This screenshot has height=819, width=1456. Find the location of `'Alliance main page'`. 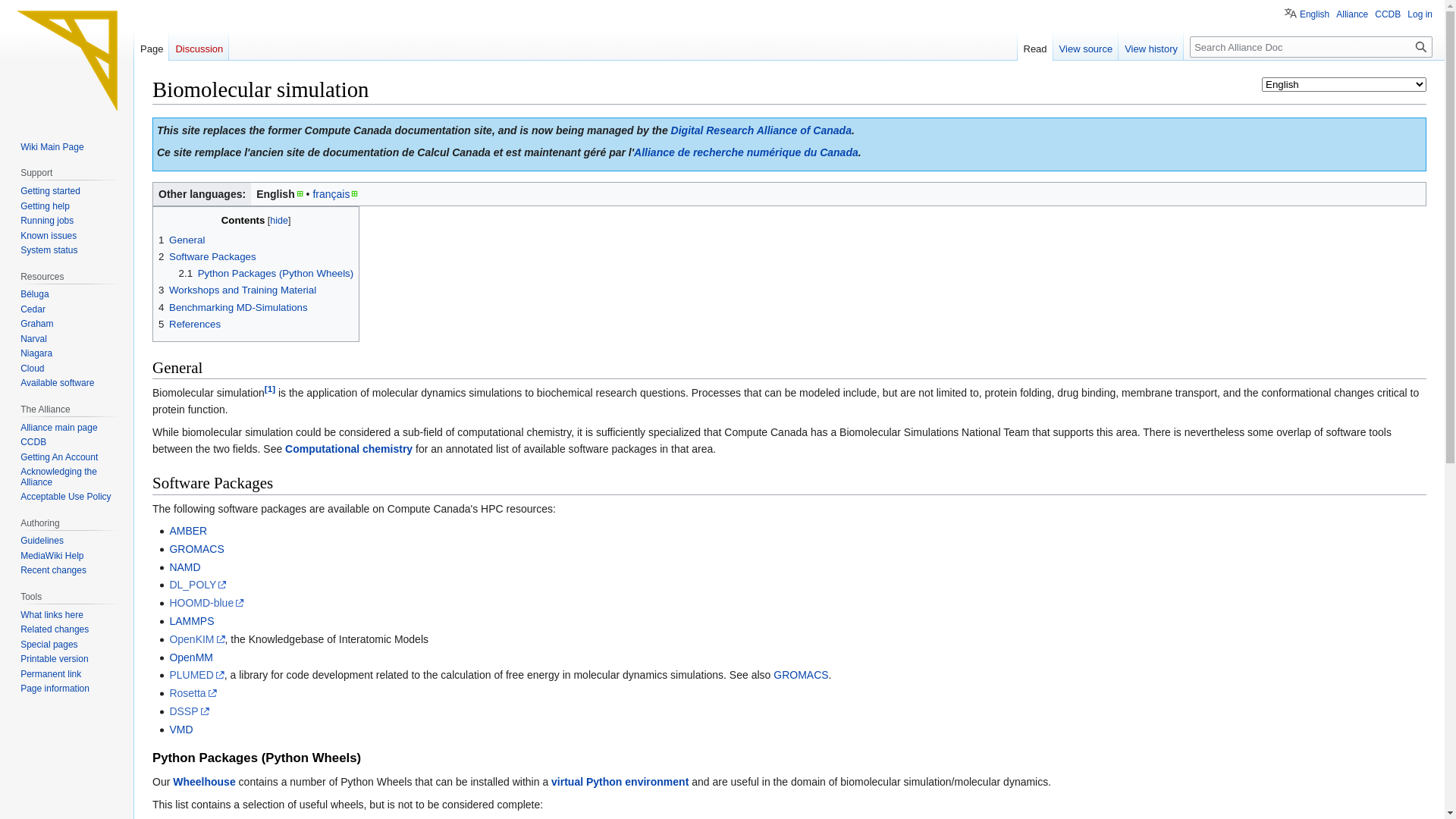

'Alliance main page' is located at coordinates (20, 427).